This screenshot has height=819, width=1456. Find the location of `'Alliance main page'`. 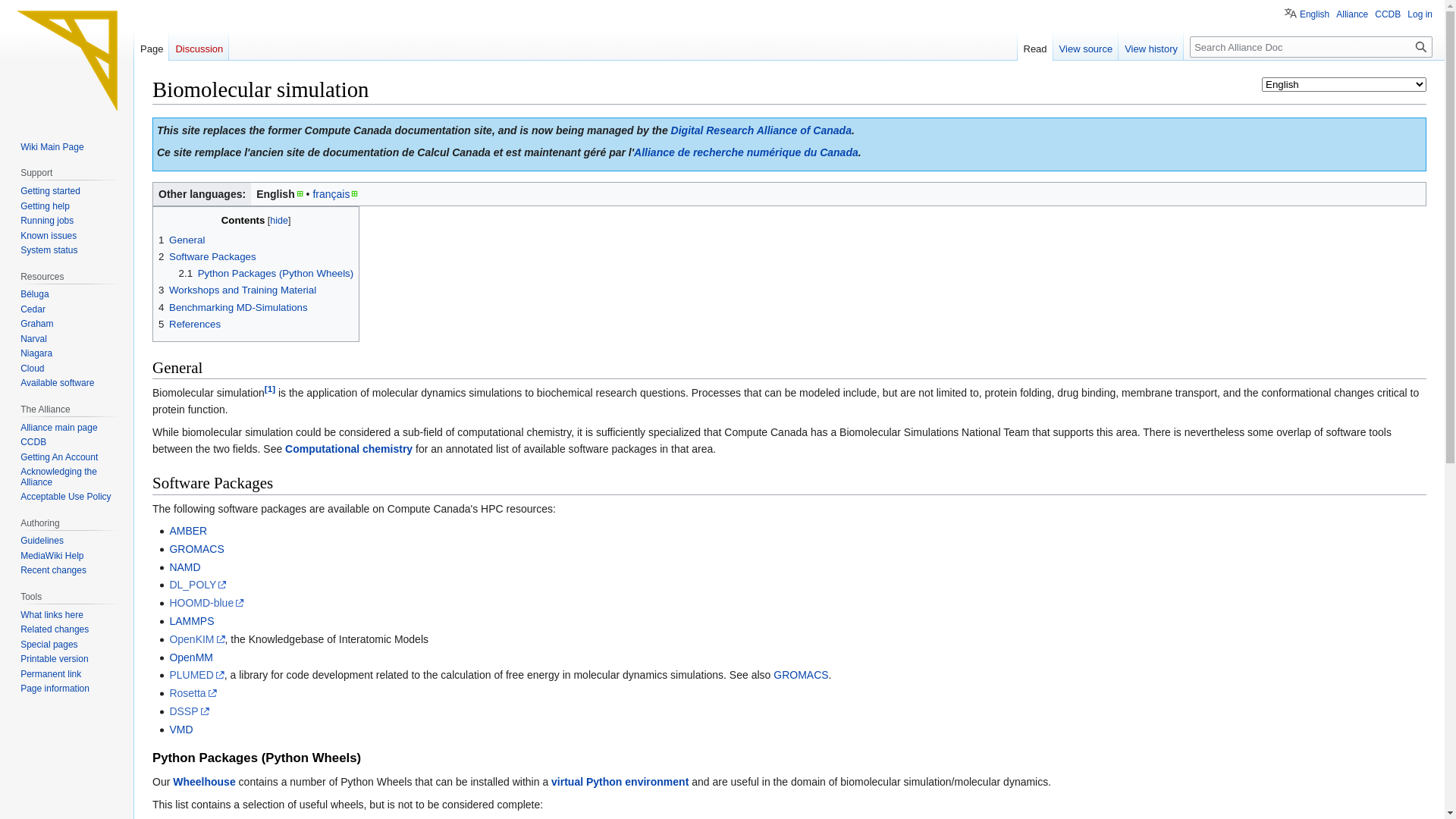

'Alliance main page' is located at coordinates (20, 427).